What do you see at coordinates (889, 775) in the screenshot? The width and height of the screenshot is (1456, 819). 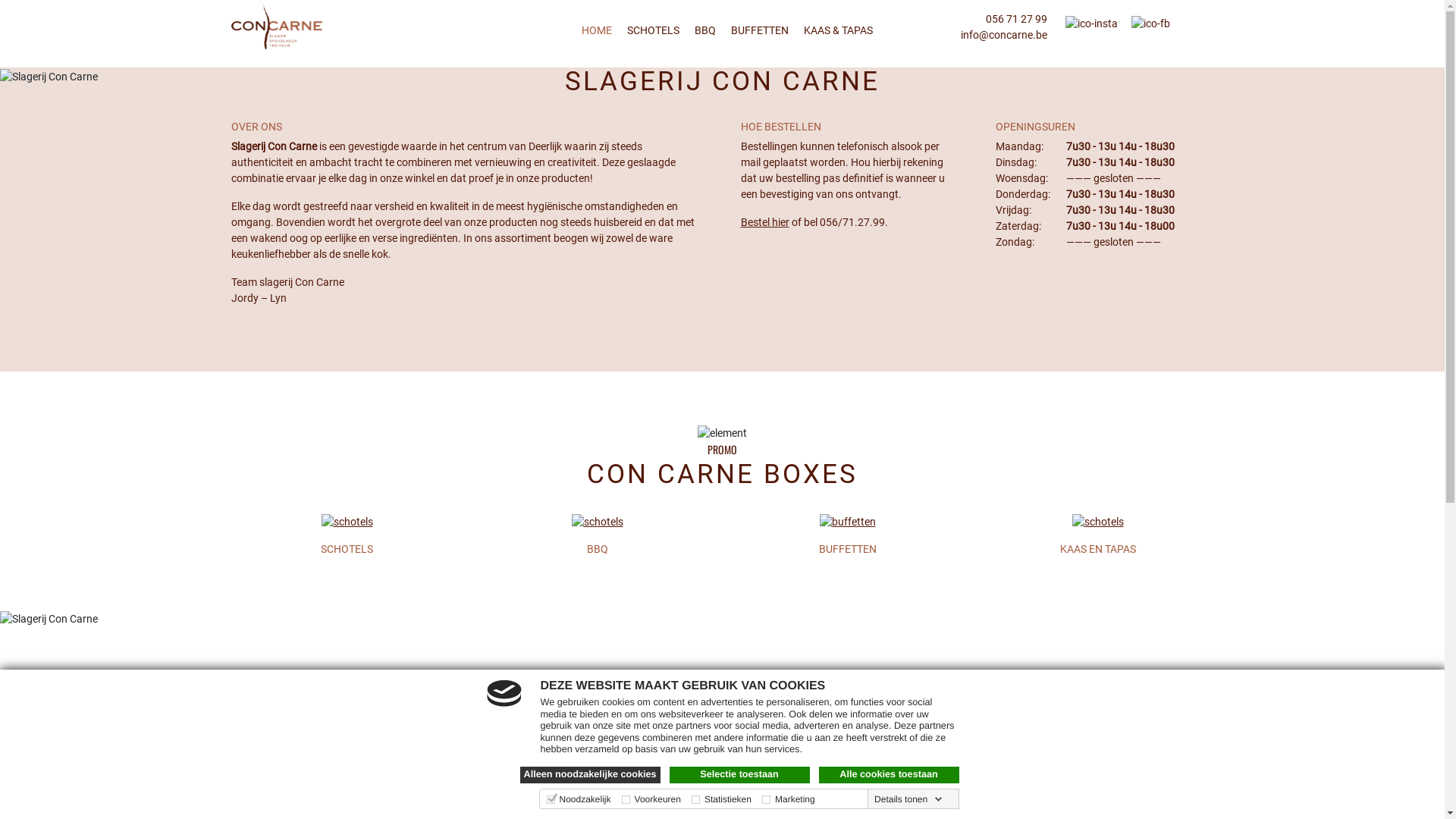 I see `'Alle cookies toestaan'` at bounding box center [889, 775].